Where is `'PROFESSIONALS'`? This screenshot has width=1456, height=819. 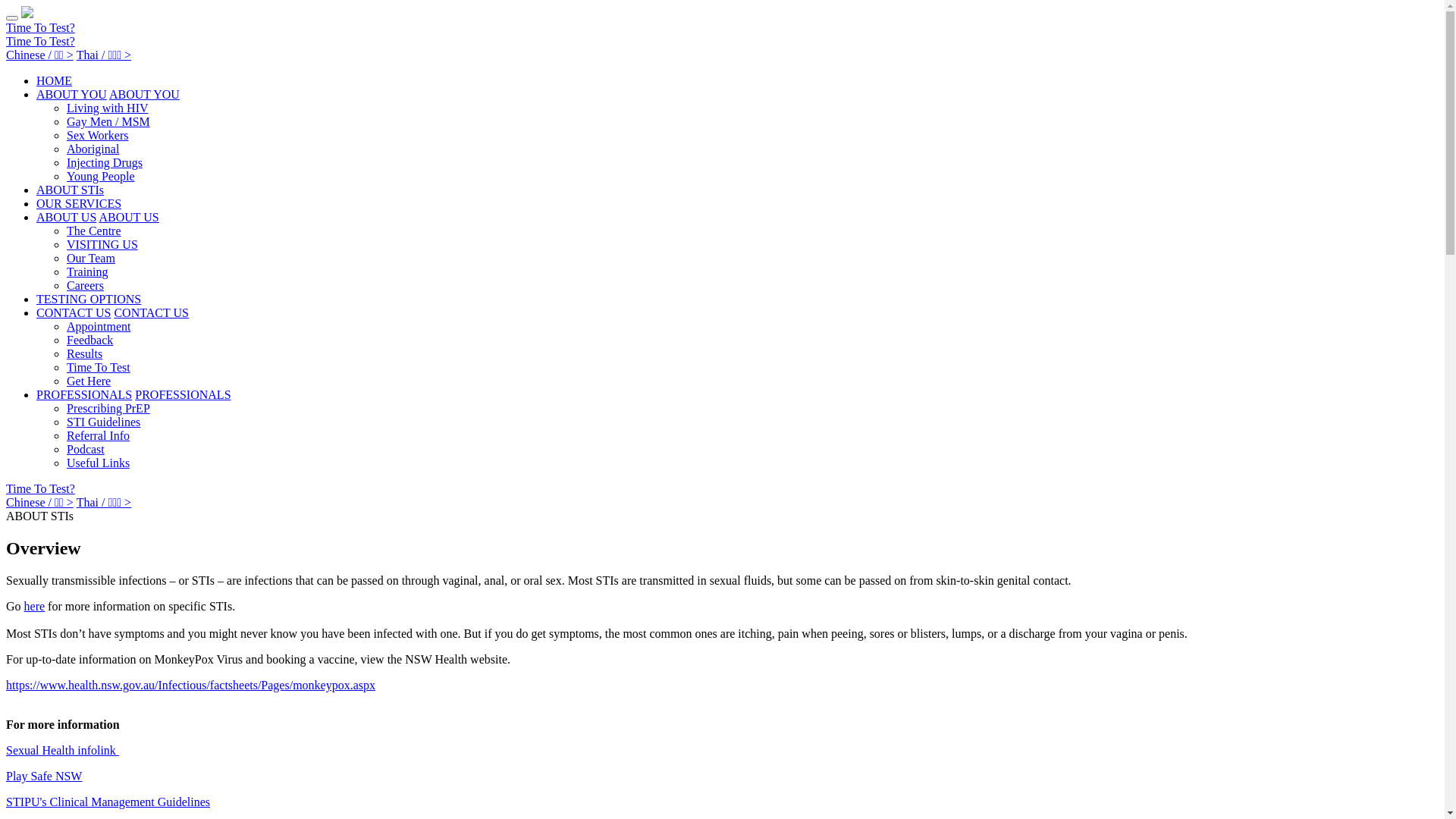 'PROFESSIONALS' is located at coordinates (83, 394).